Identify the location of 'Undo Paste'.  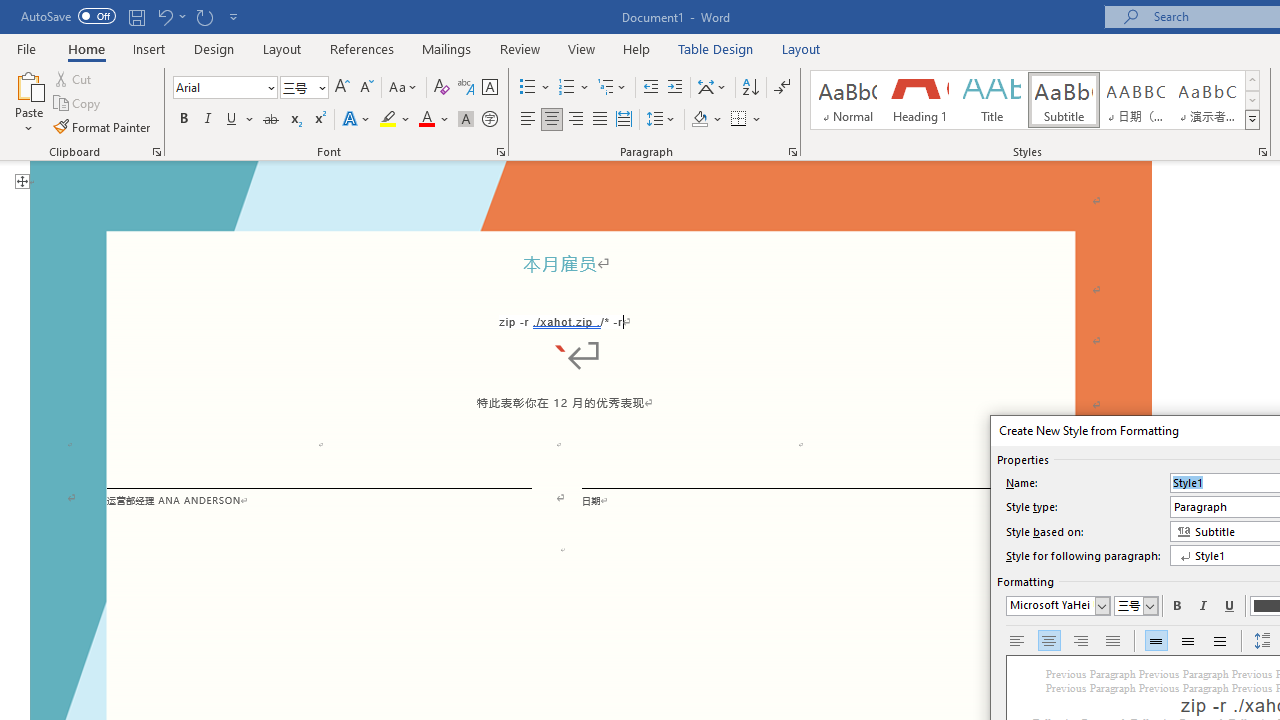
(170, 16).